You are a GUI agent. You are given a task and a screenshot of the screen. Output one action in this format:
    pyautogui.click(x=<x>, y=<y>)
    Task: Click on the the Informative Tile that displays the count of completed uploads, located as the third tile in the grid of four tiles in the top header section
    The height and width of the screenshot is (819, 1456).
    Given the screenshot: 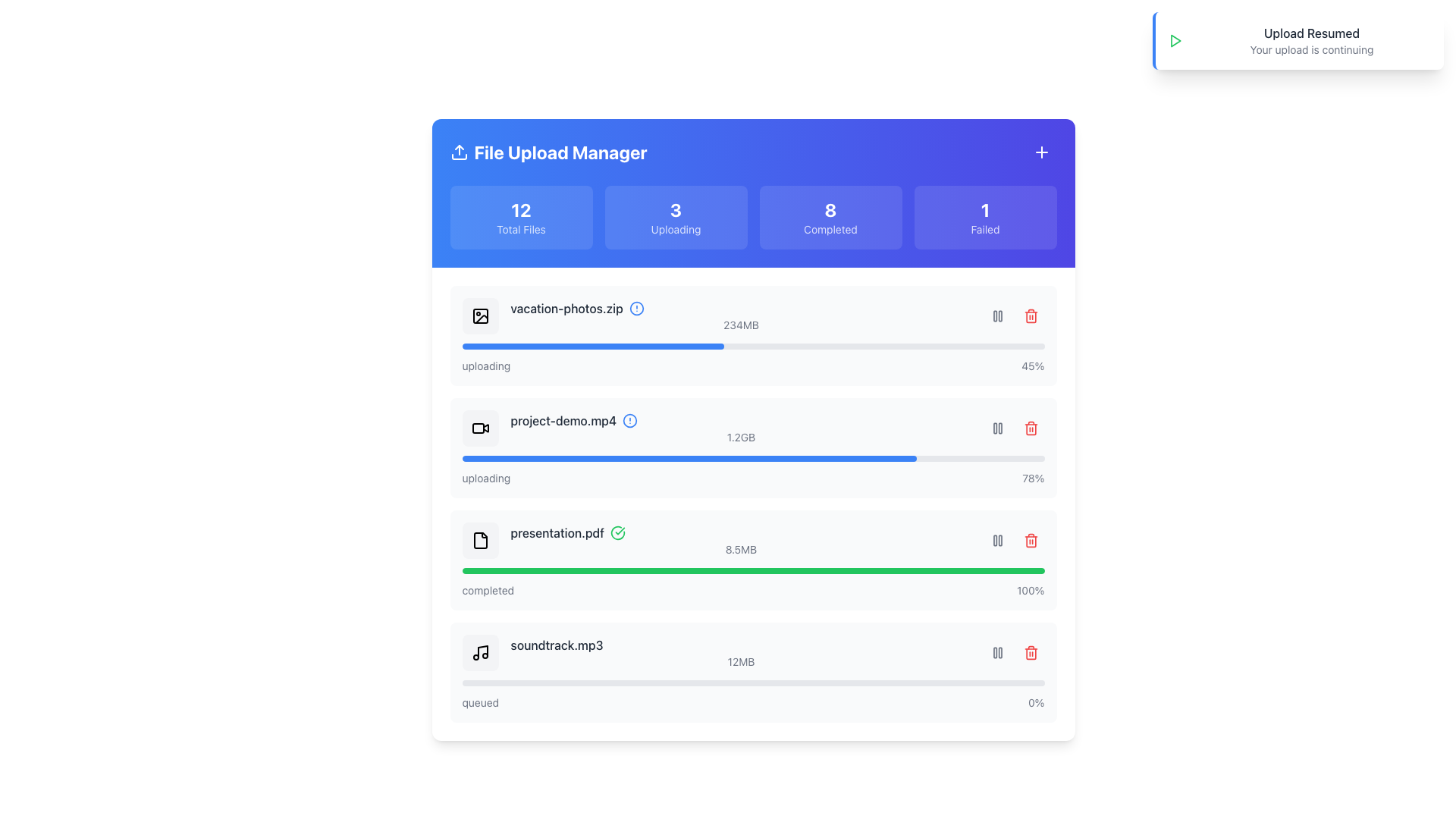 What is the action you would take?
    pyautogui.click(x=830, y=217)
    